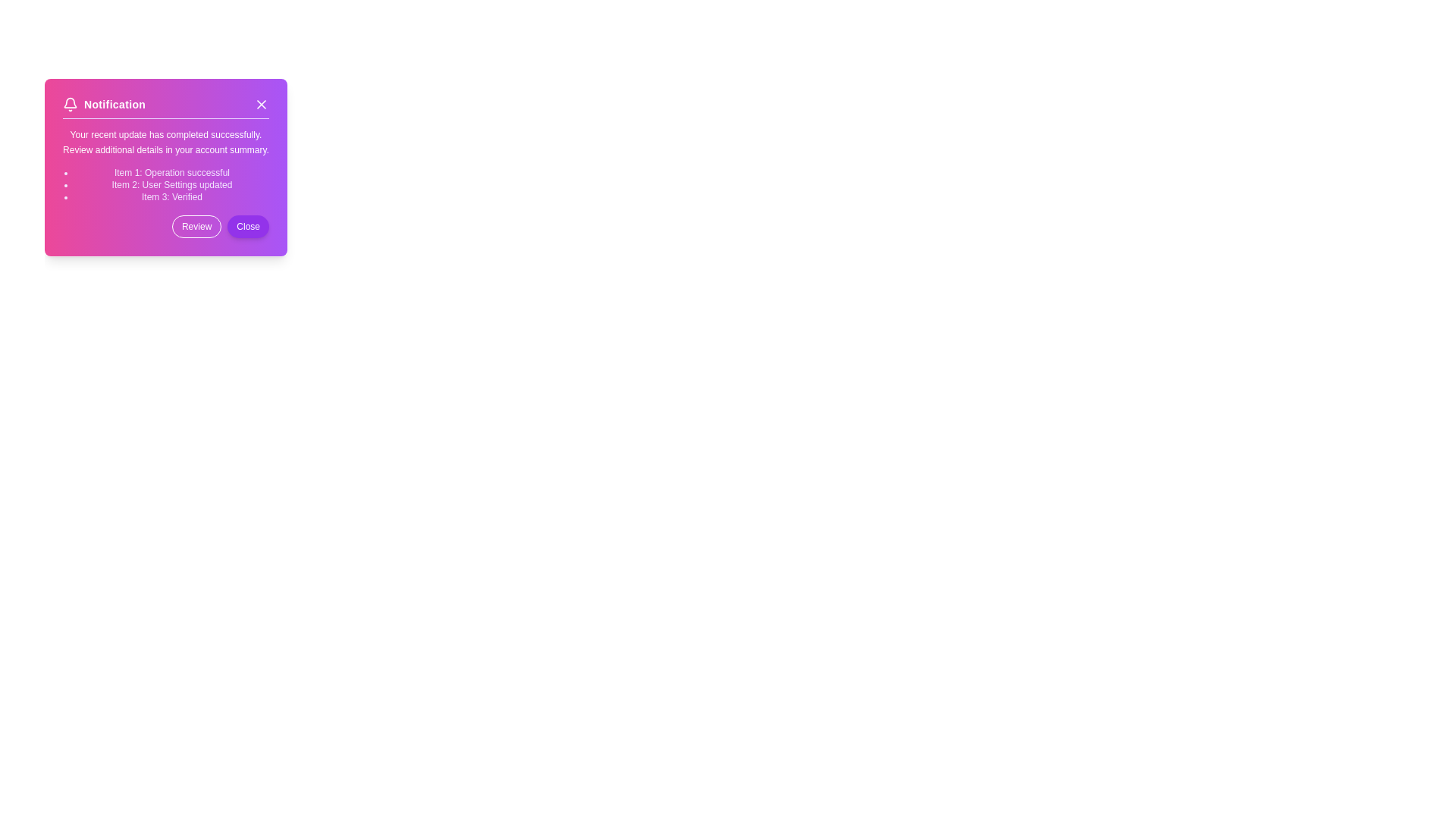 Image resolution: width=1456 pixels, height=819 pixels. I want to click on the small 'X' icon button located at the top-right corner of the purple notification panel, so click(262, 104).